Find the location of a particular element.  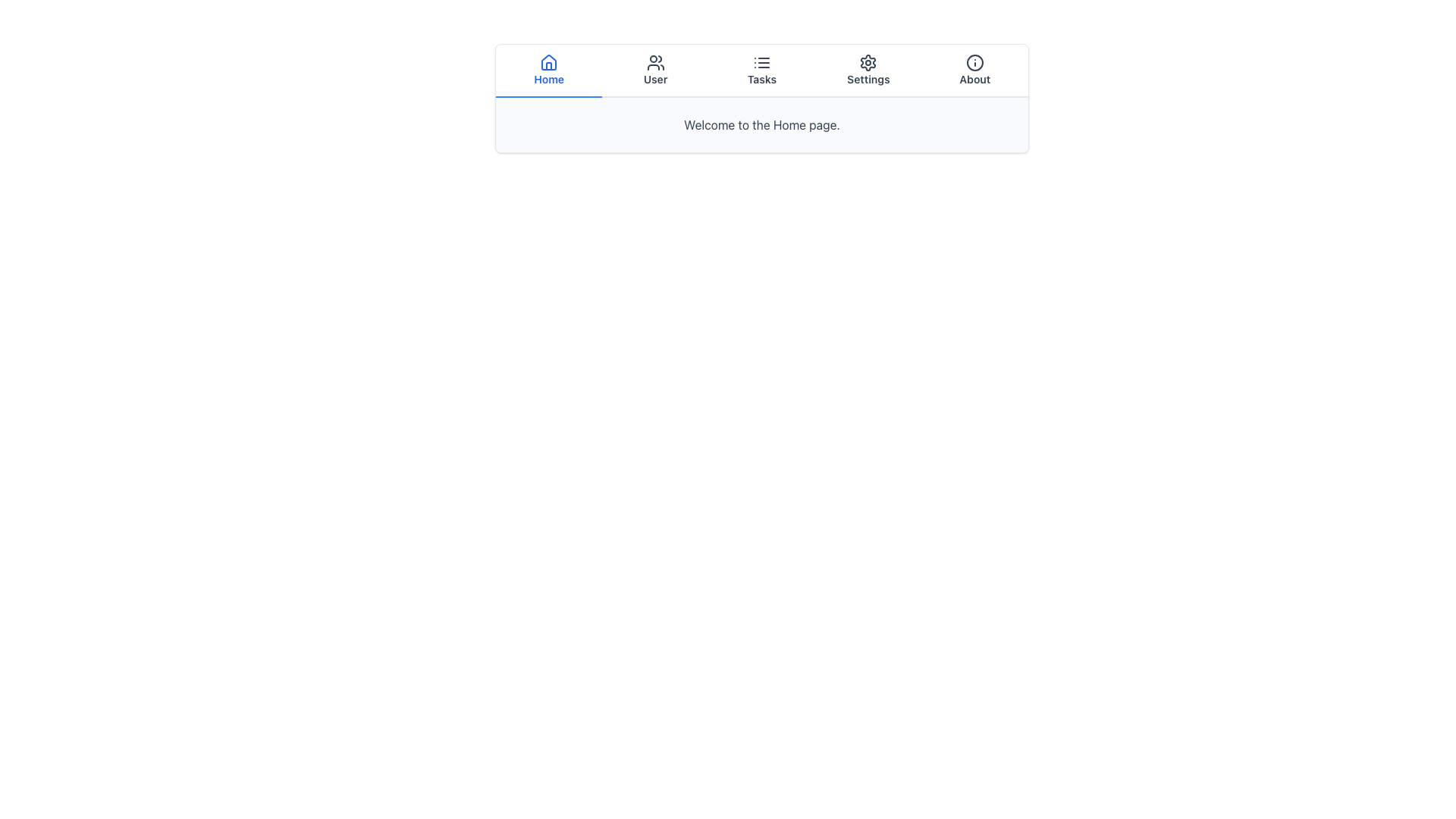

the Settings icon located in the center of the navigation bar is located at coordinates (868, 62).